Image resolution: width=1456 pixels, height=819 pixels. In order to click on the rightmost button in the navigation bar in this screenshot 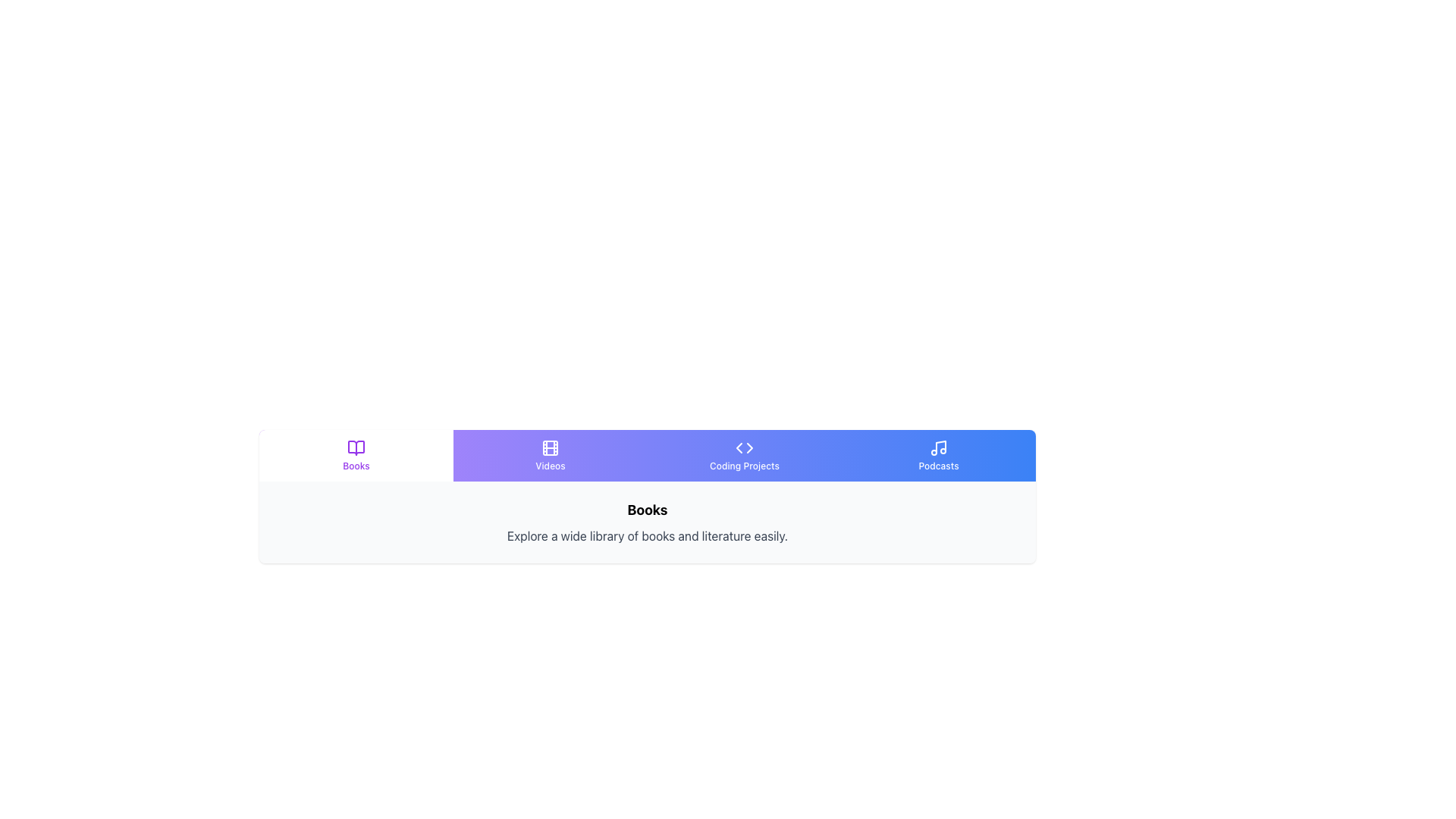, I will do `click(938, 455)`.